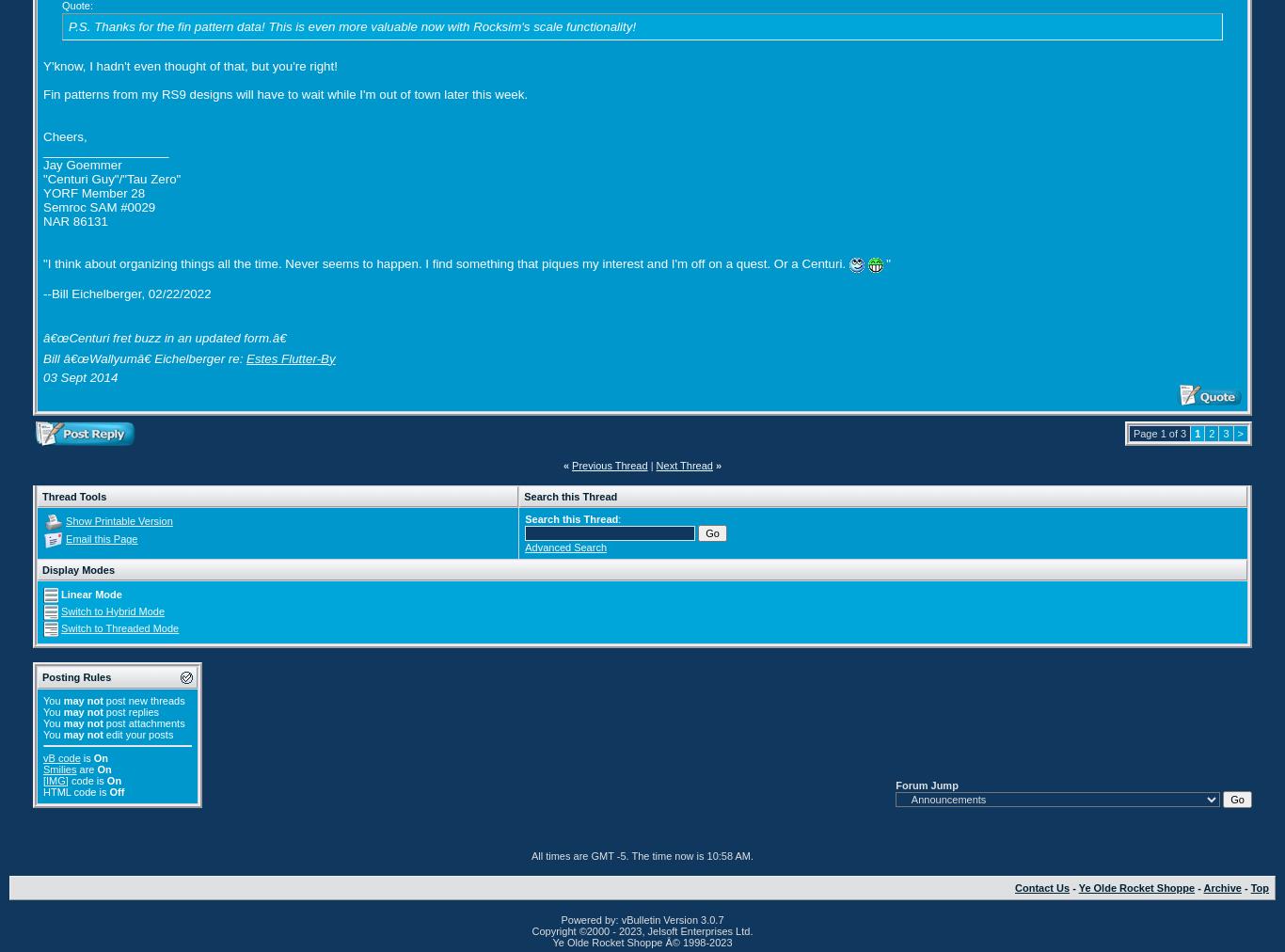 Image resolution: width=1285 pixels, height=952 pixels. Describe the element at coordinates (87, 779) in the screenshot. I see `'code is'` at that location.